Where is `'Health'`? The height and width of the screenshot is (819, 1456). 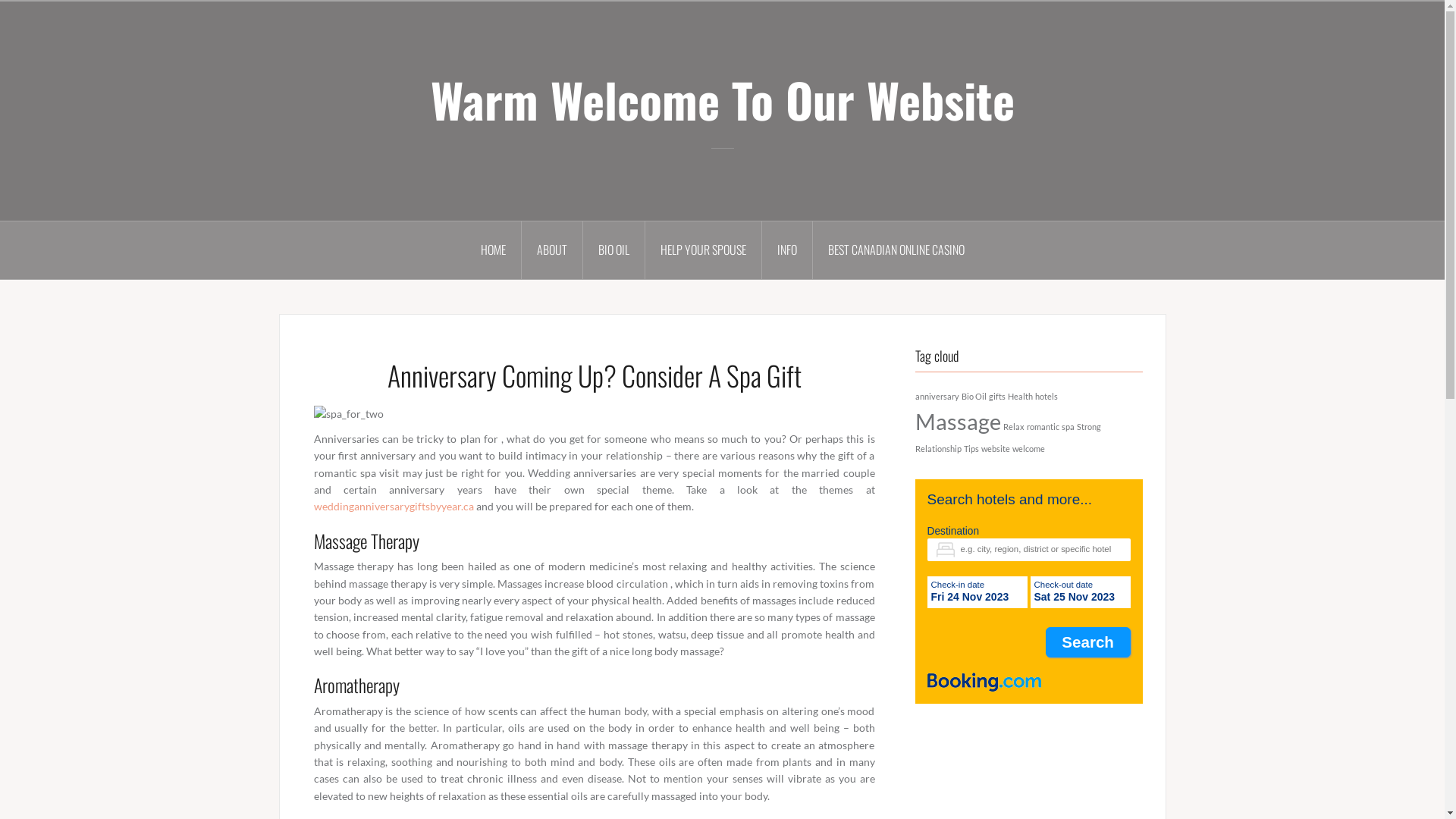 'Health' is located at coordinates (1019, 395).